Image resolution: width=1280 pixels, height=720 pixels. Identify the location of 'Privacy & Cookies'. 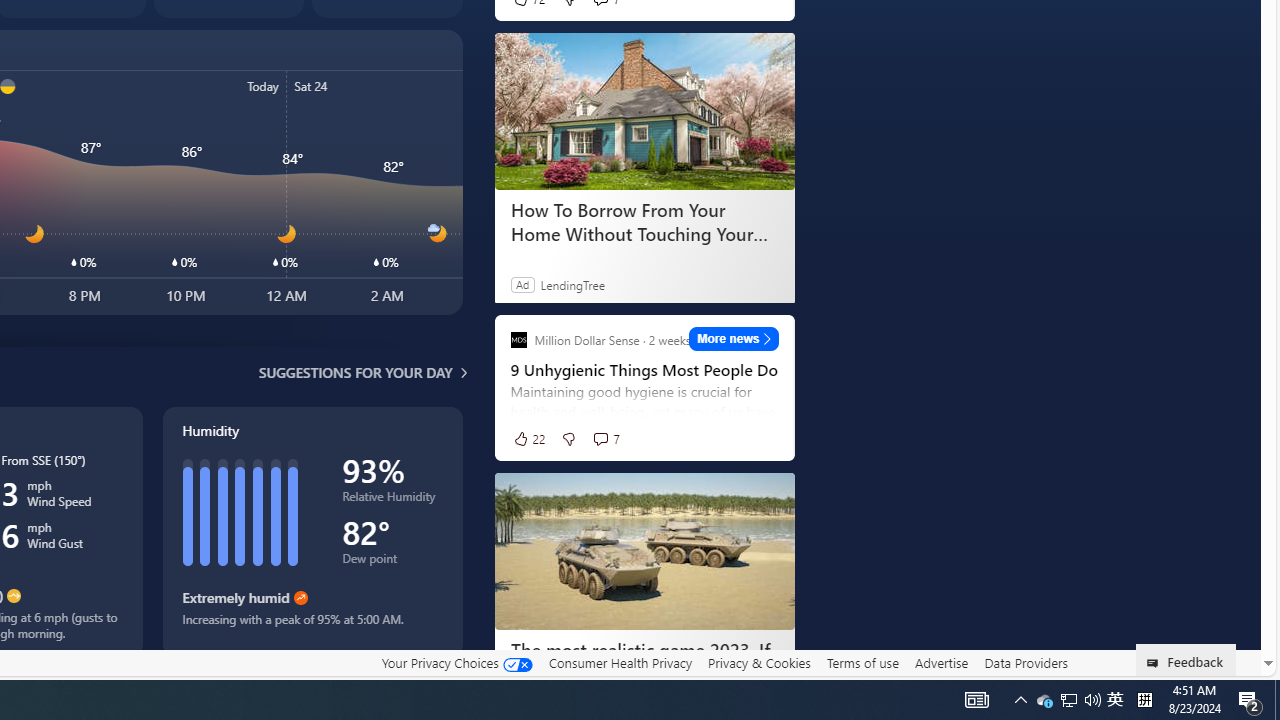
(758, 662).